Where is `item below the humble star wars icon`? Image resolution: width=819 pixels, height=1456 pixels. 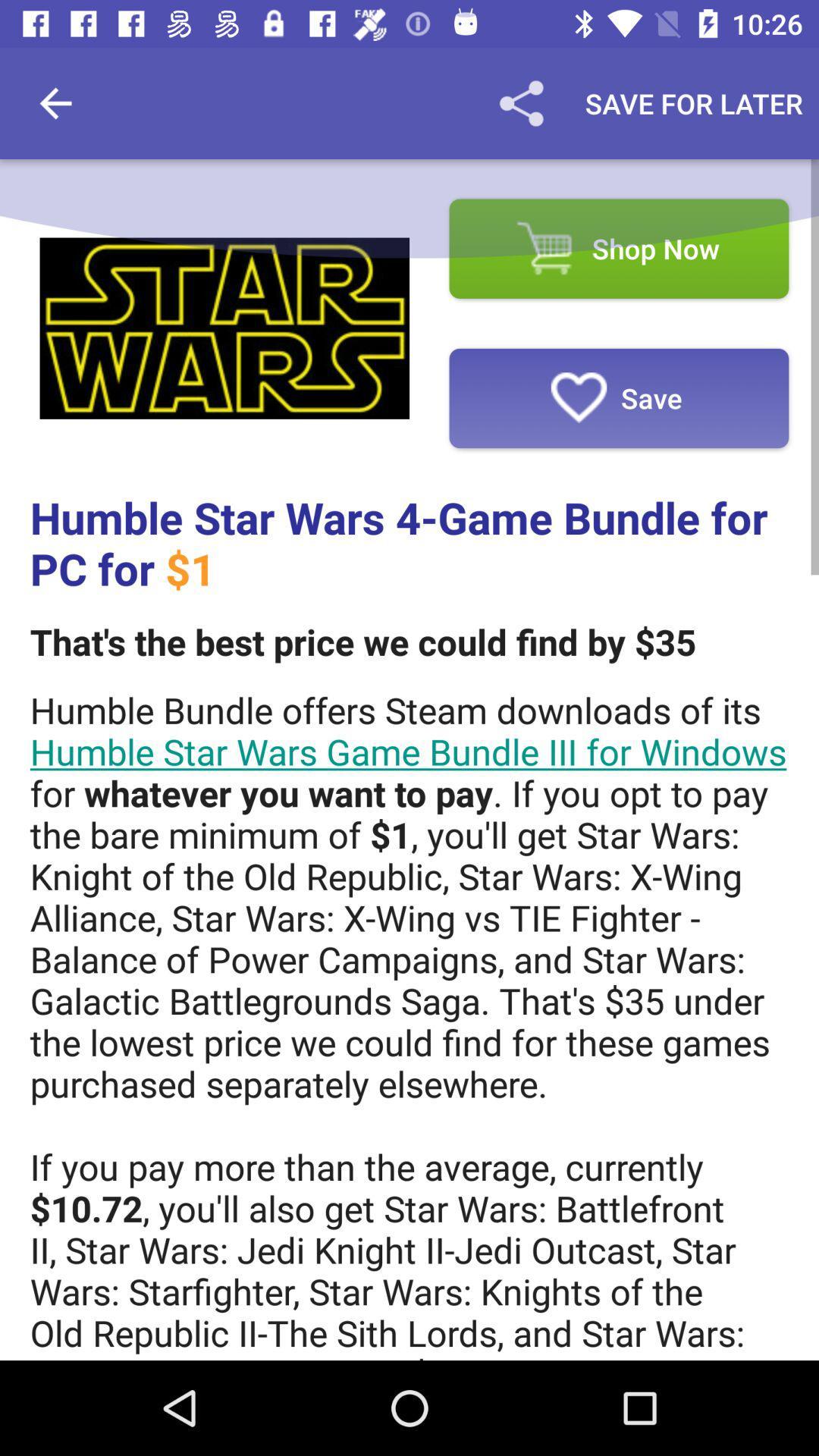
item below the humble star wars icon is located at coordinates (362, 642).